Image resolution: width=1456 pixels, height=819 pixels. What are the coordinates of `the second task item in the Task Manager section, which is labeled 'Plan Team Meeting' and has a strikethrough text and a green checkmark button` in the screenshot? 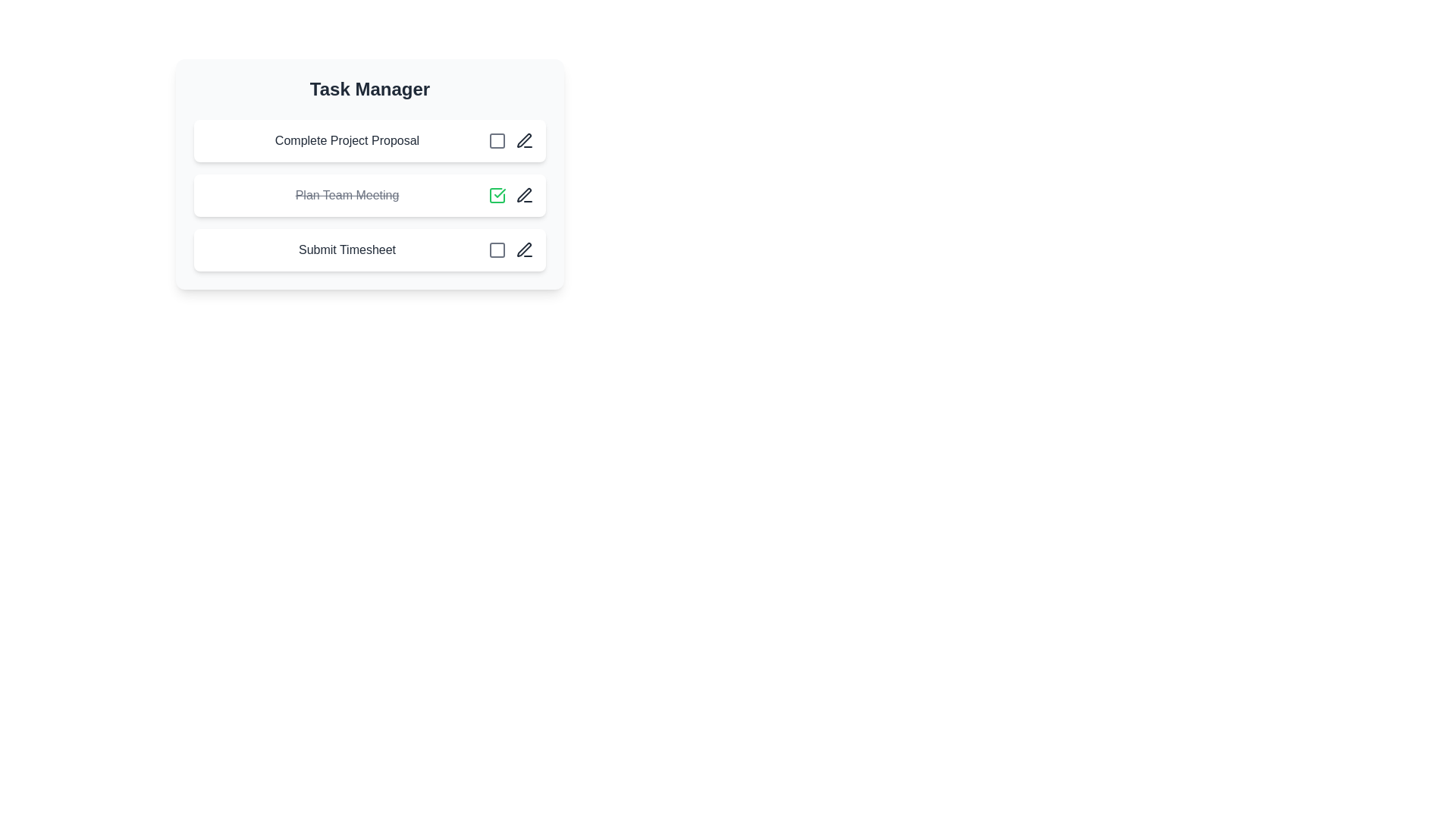 It's located at (370, 195).